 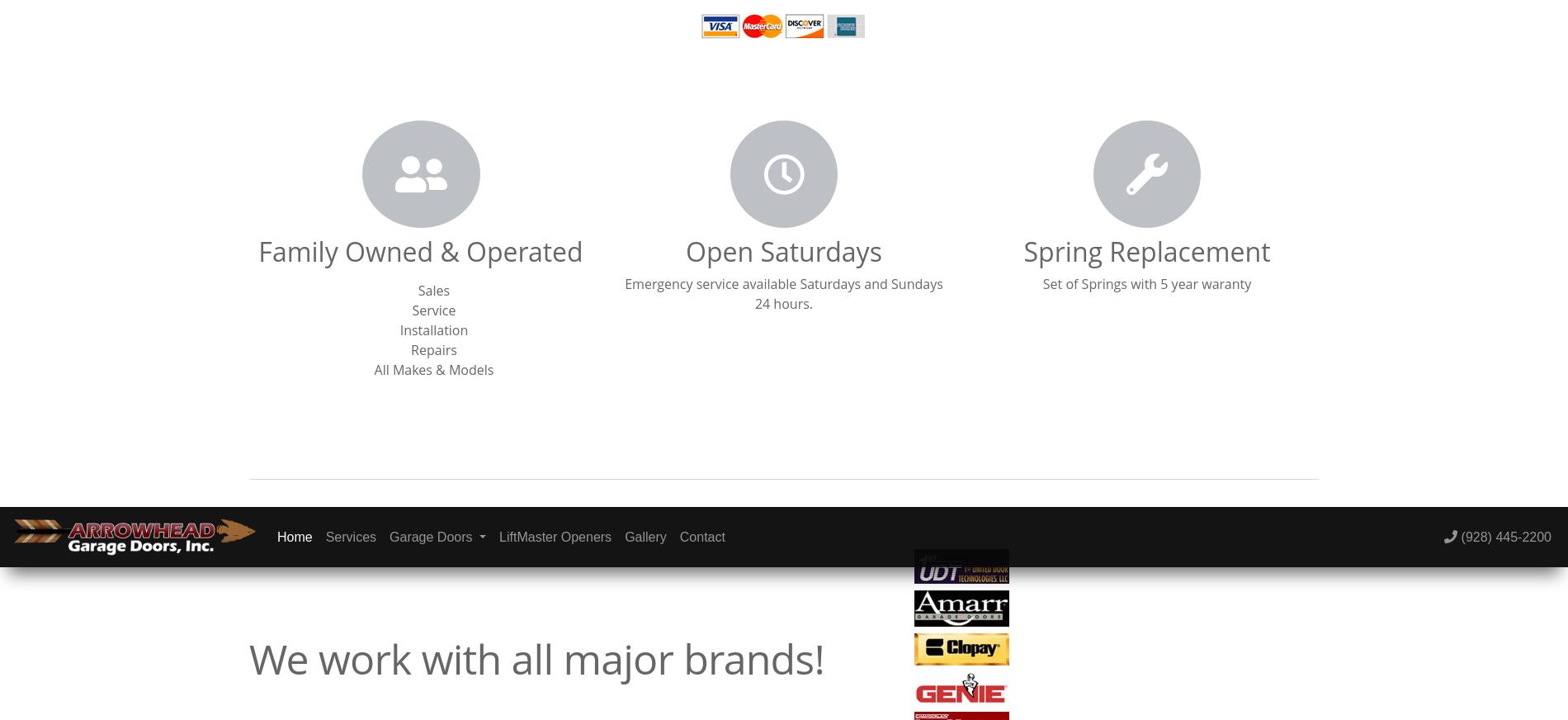 I want to click on 'Bonded & Insured', so click(x=98, y=71).